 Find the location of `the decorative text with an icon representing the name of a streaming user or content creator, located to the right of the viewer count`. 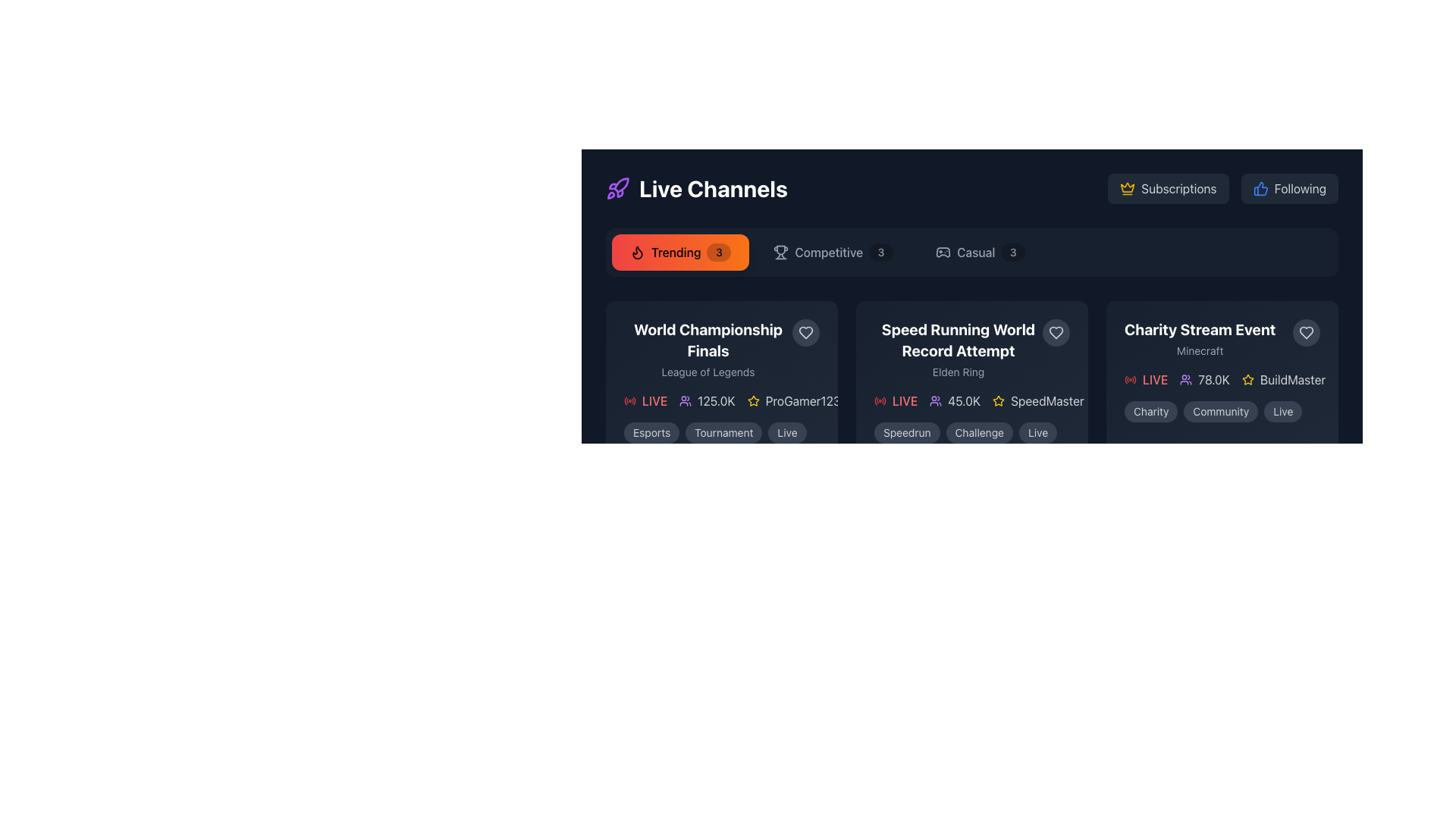

the decorative text with an icon representing the name of a streaming user or content creator, located to the right of the viewer count is located at coordinates (792, 400).